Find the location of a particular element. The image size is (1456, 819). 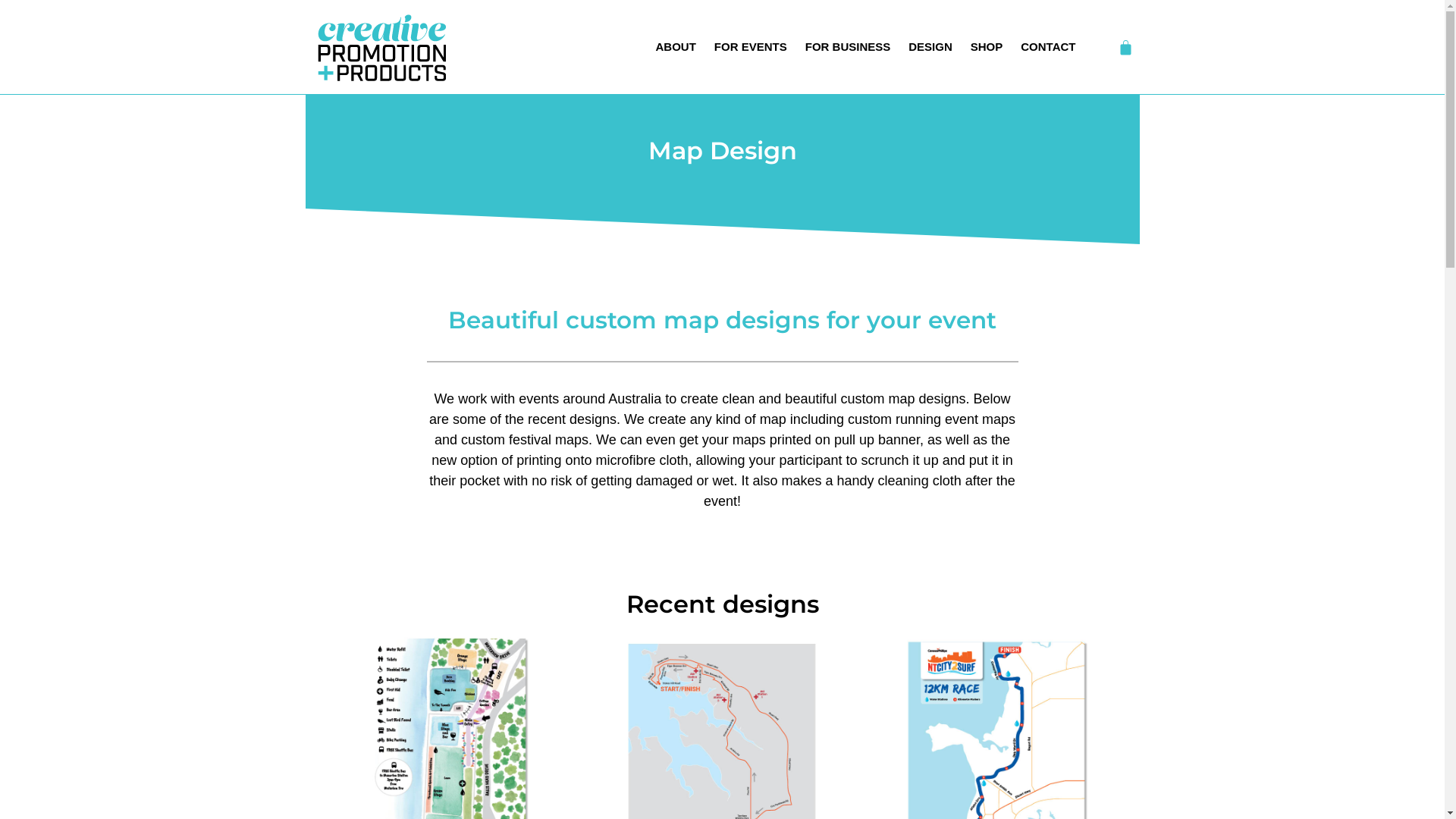

'CONTACT' is located at coordinates (1047, 45).